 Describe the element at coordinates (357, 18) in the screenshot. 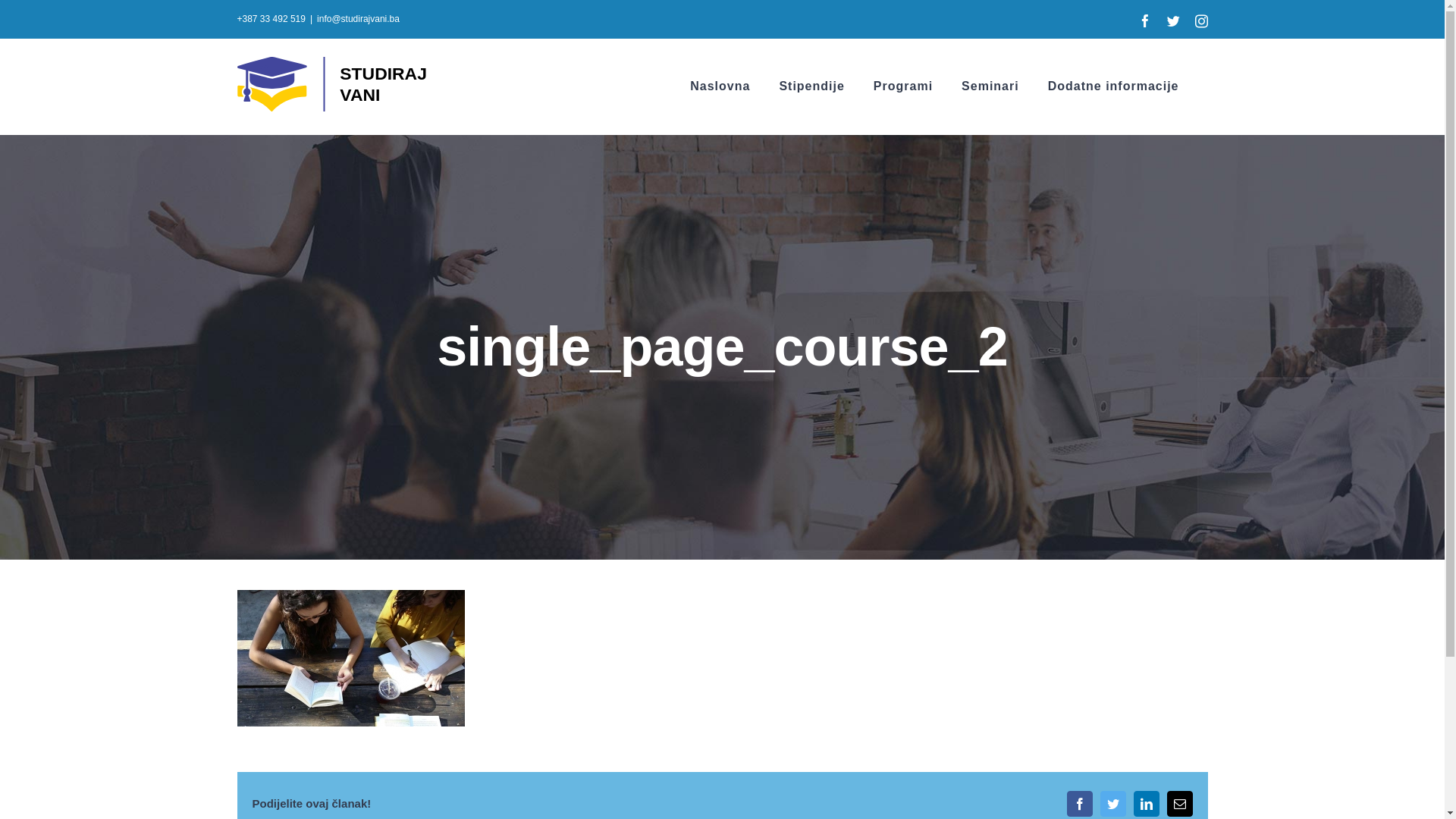

I see `'info@studirajvani.ba'` at that location.